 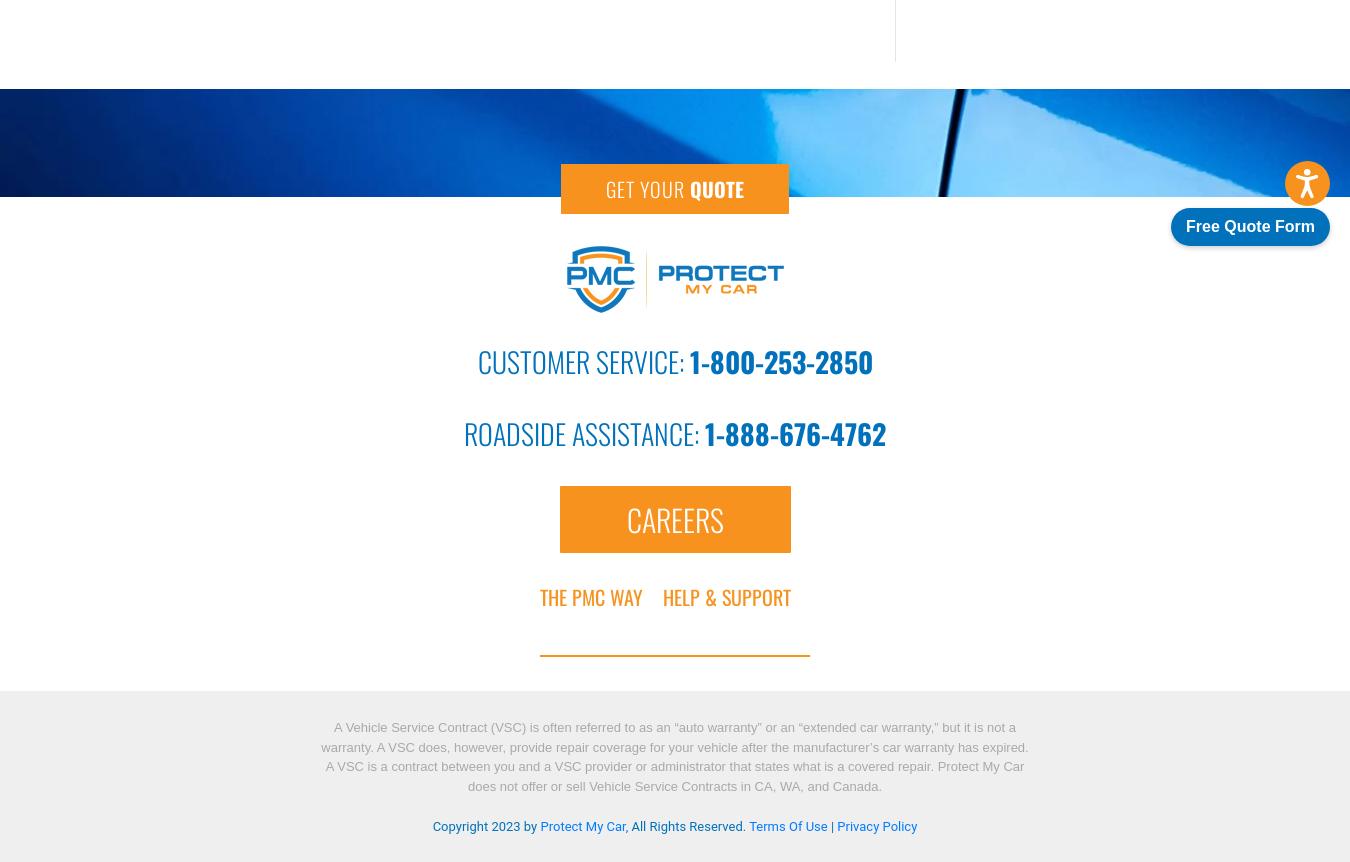 I want to click on 'Privacy Policy', so click(x=876, y=825).